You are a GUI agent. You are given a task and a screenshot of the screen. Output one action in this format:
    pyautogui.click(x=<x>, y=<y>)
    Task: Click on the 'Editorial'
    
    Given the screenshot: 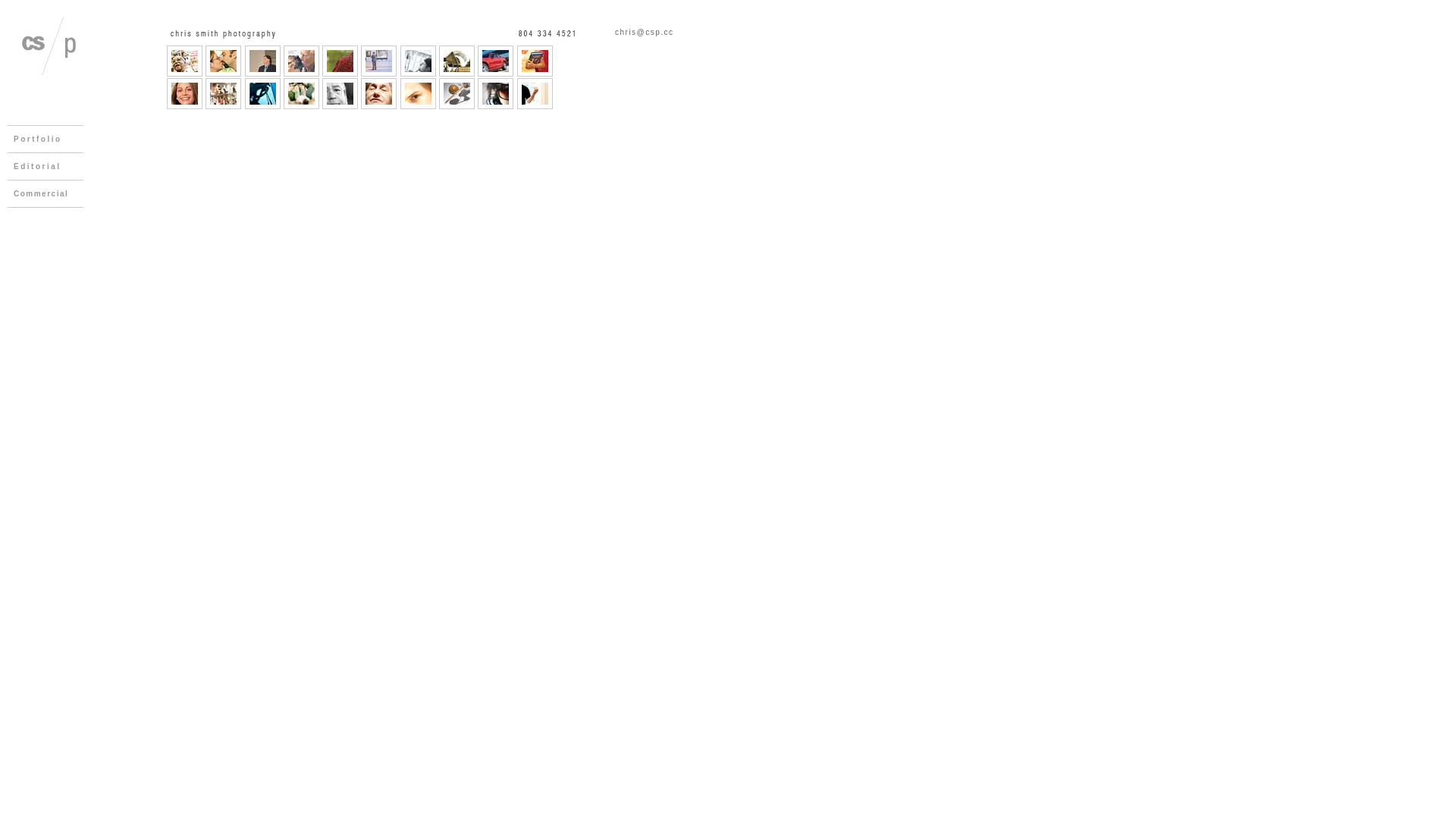 What is the action you would take?
    pyautogui.click(x=48, y=166)
    